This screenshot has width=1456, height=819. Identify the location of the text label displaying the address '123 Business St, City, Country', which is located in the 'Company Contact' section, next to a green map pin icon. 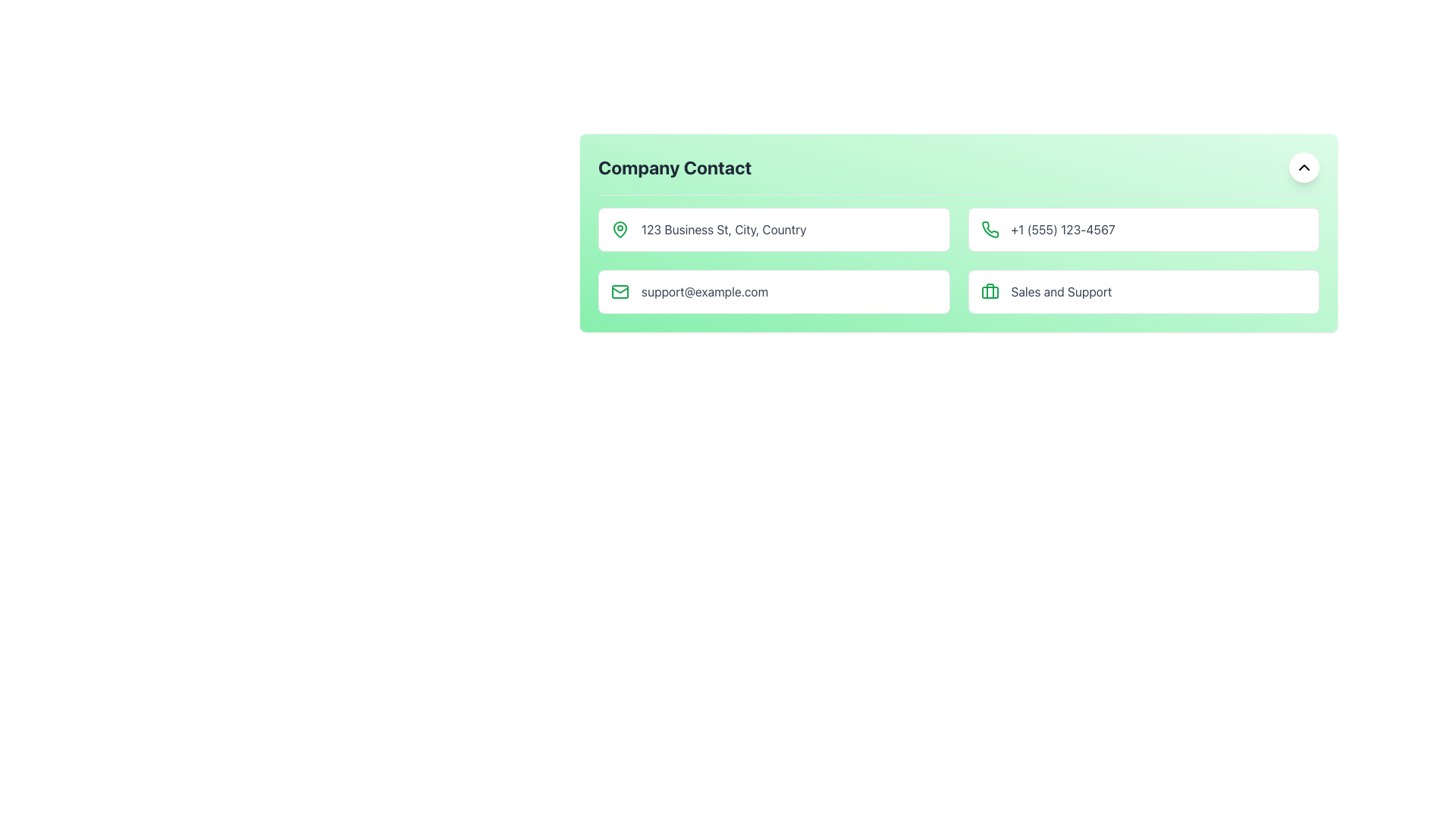
(723, 230).